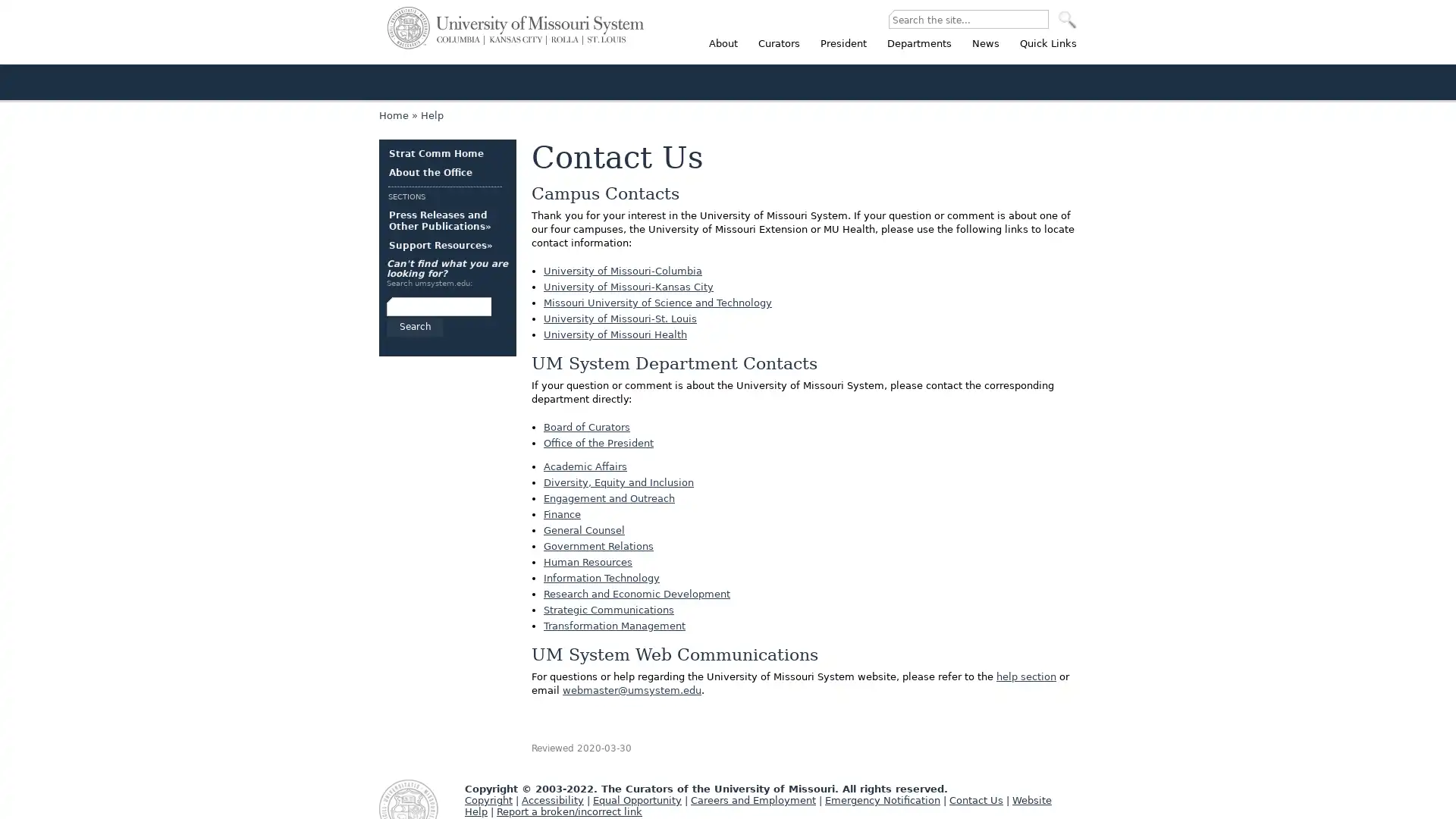 Image resolution: width=1456 pixels, height=819 pixels. What do you see at coordinates (415, 325) in the screenshot?
I see `Search` at bounding box center [415, 325].